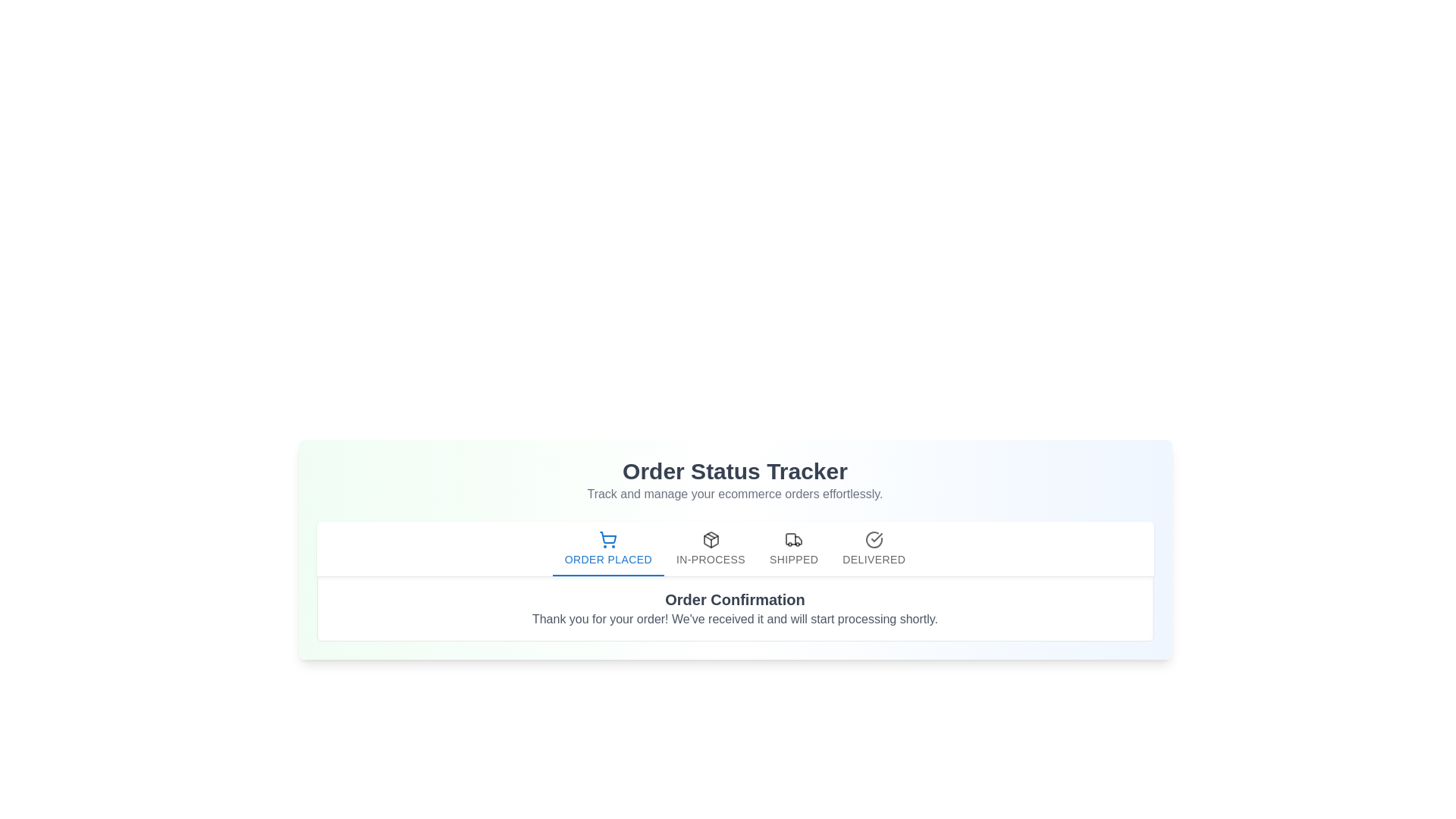 This screenshot has height=819, width=1456. Describe the element at coordinates (735, 620) in the screenshot. I see `the text block that contains the message: 'Thank you for your order! We've received it and will start processing shortly.' positioned beneath the 'Order Confirmation' heading` at that location.